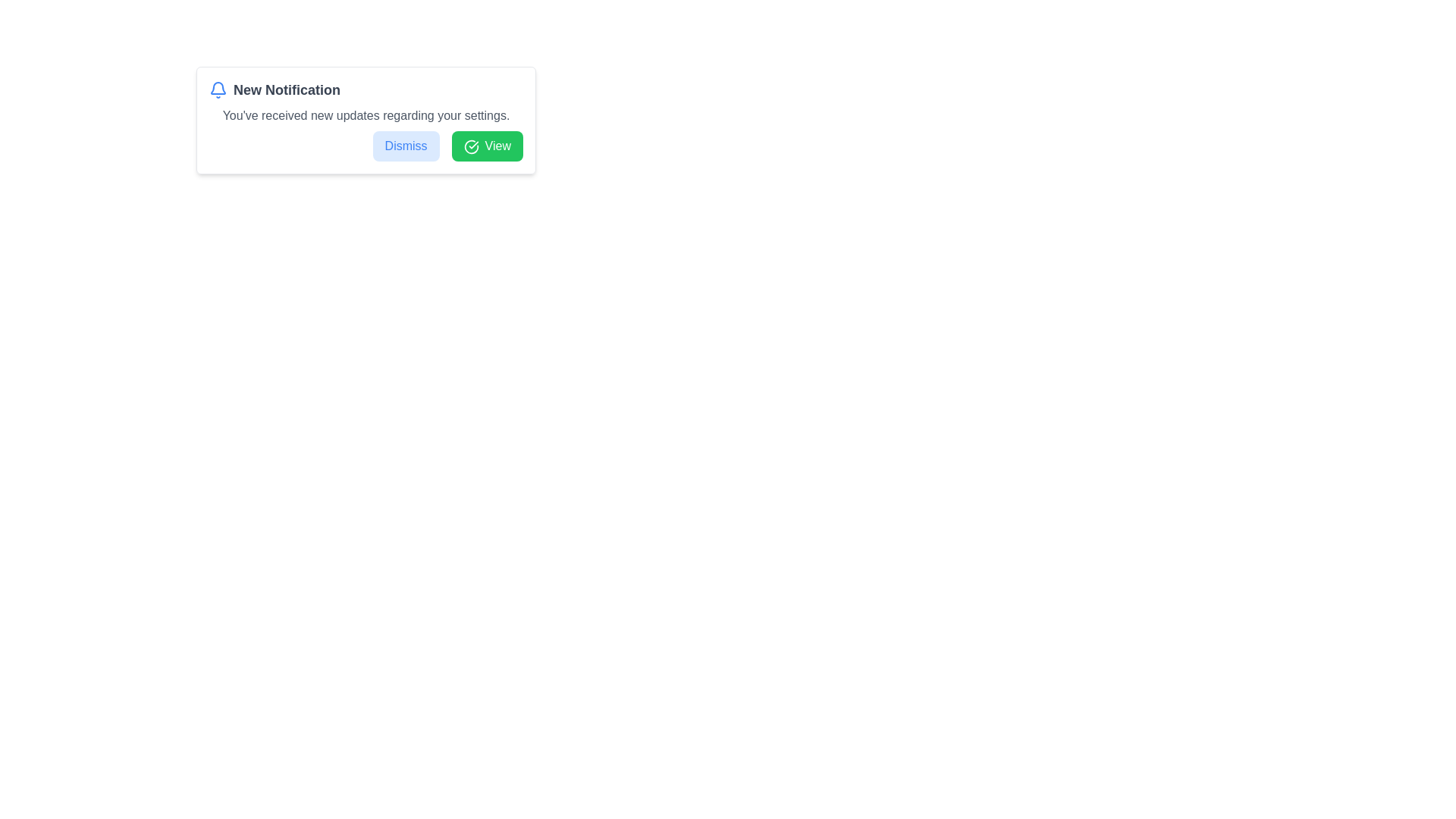 The image size is (1456, 819). What do you see at coordinates (366, 115) in the screenshot?
I see `the text label displaying the message 'You've received new updates regarding your settings.' which is located beneath the title 'New Notification' in the notification card` at bounding box center [366, 115].